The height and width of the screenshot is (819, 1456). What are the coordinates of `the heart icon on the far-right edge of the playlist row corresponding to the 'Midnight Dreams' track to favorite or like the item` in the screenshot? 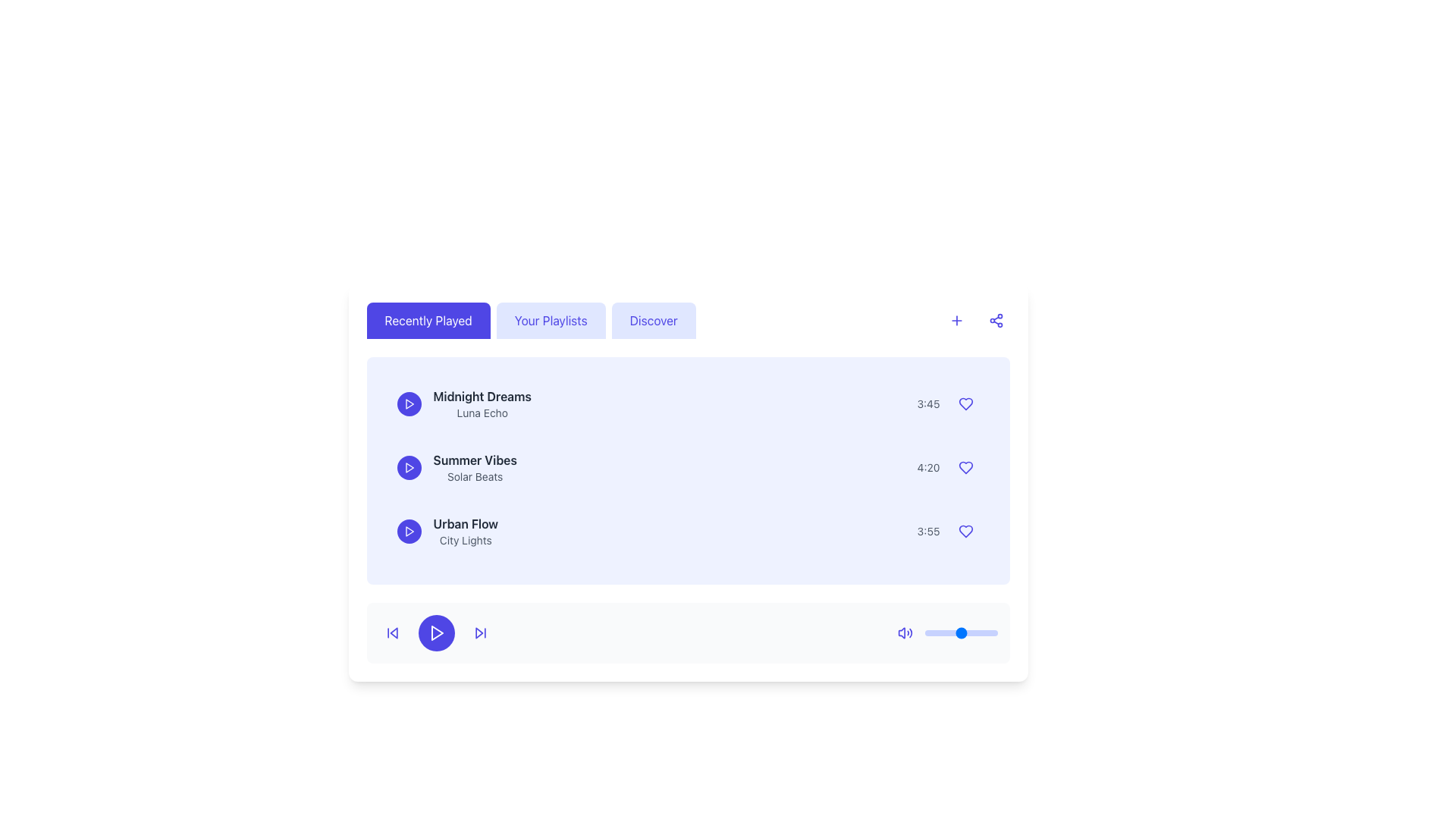 It's located at (965, 403).